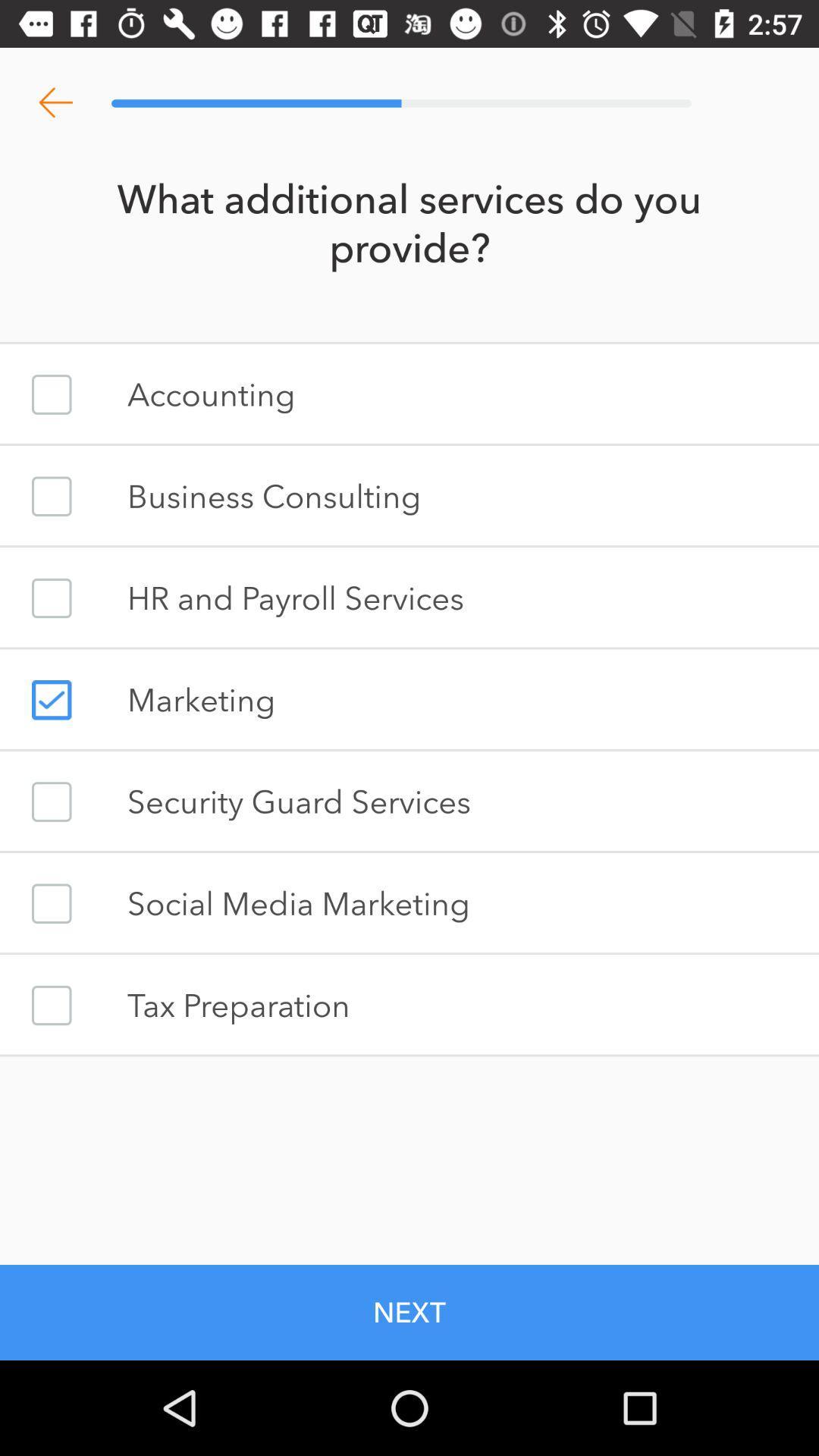  Describe the element at coordinates (55, 102) in the screenshot. I see `previous screen` at that location.